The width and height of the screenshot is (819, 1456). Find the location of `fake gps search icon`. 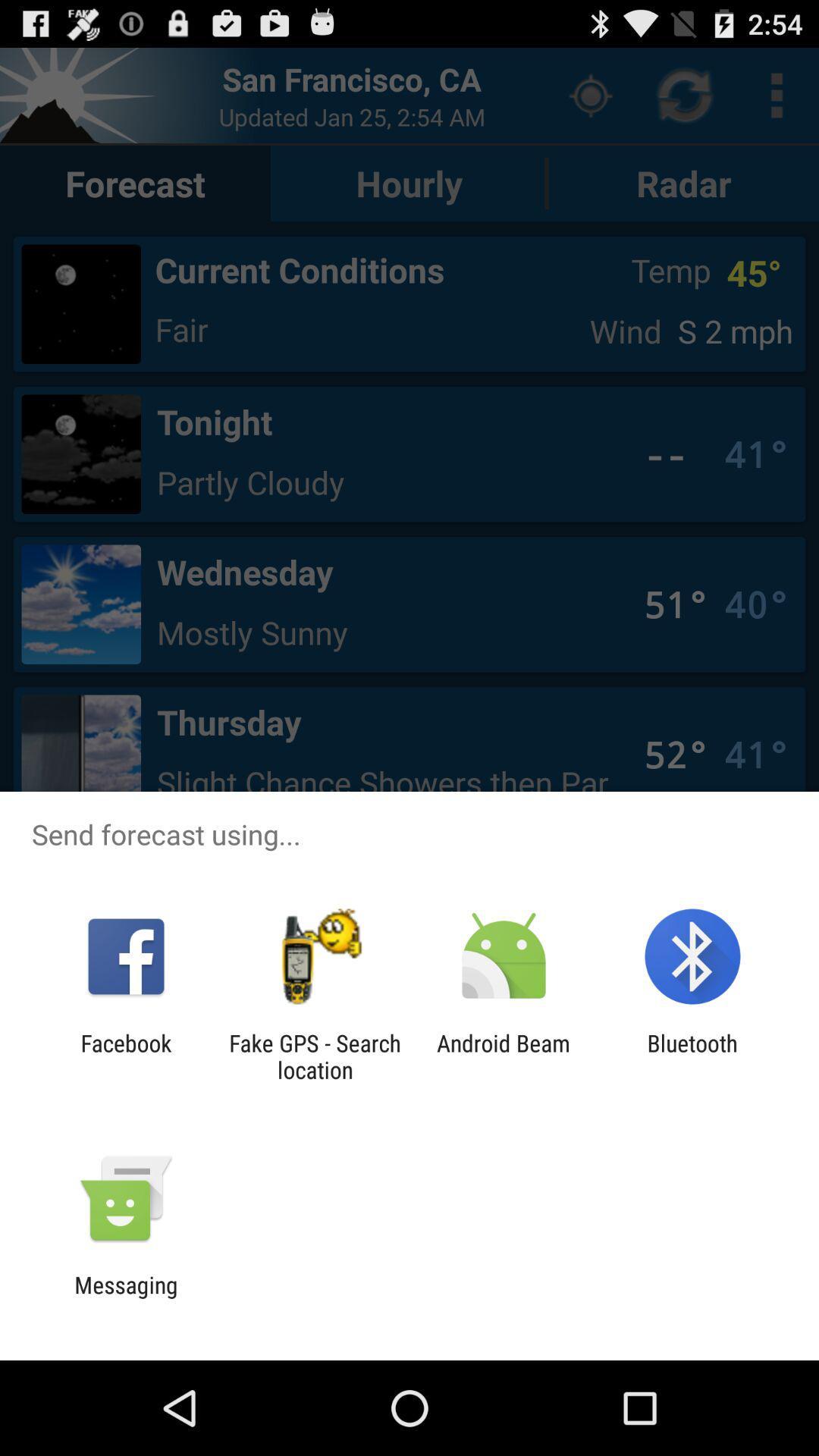

fake gps search icon is located at coordinates (314, 1056).